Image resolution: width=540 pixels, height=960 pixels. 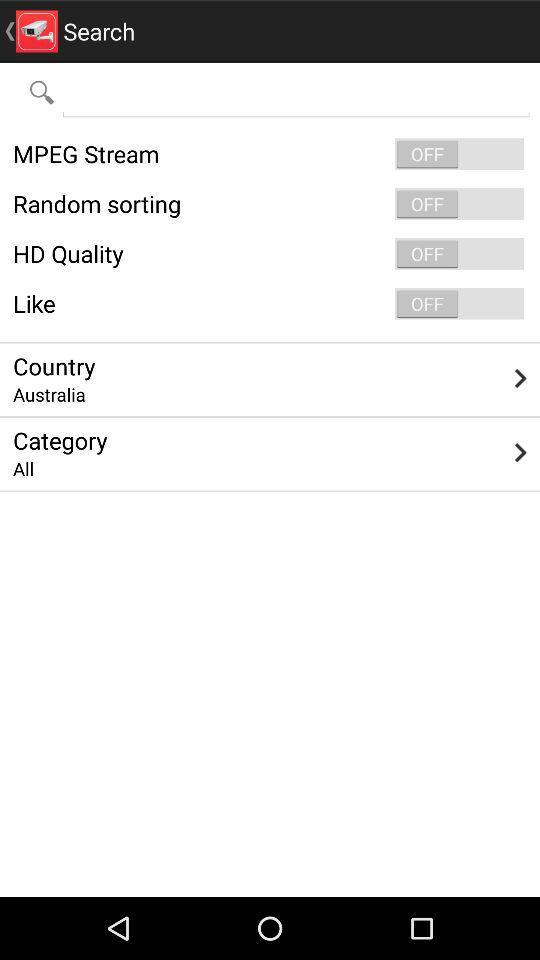 What do you see at coordinates (270, 153) in the screenshot?
I see `the icon above random sorting` at bounding box center [270, 153].